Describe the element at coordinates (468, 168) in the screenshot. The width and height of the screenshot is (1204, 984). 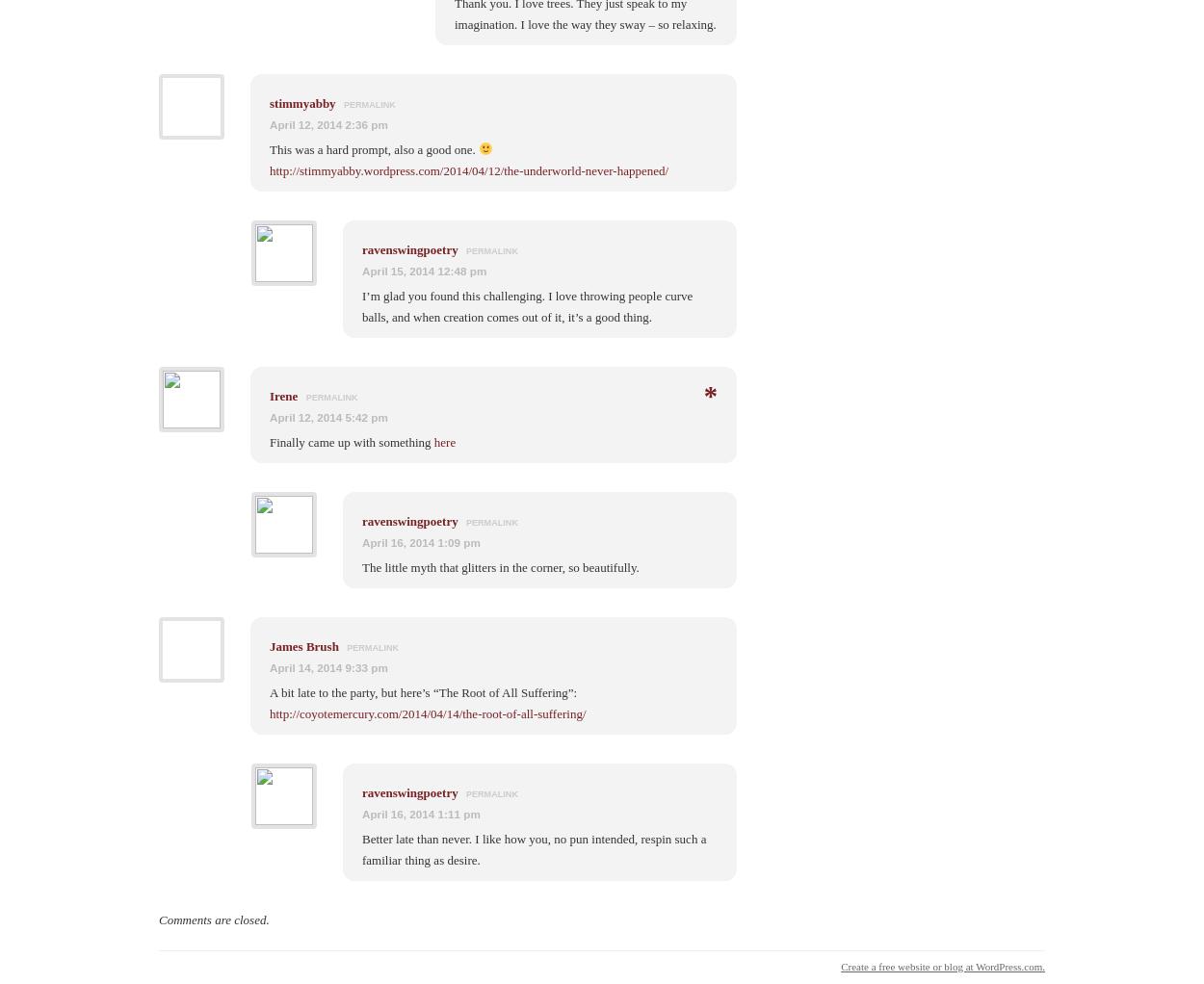
I see `'http://stimmyabby.wordpress.com/2014/04/12/the-underworld-never-happened/'` at that location.